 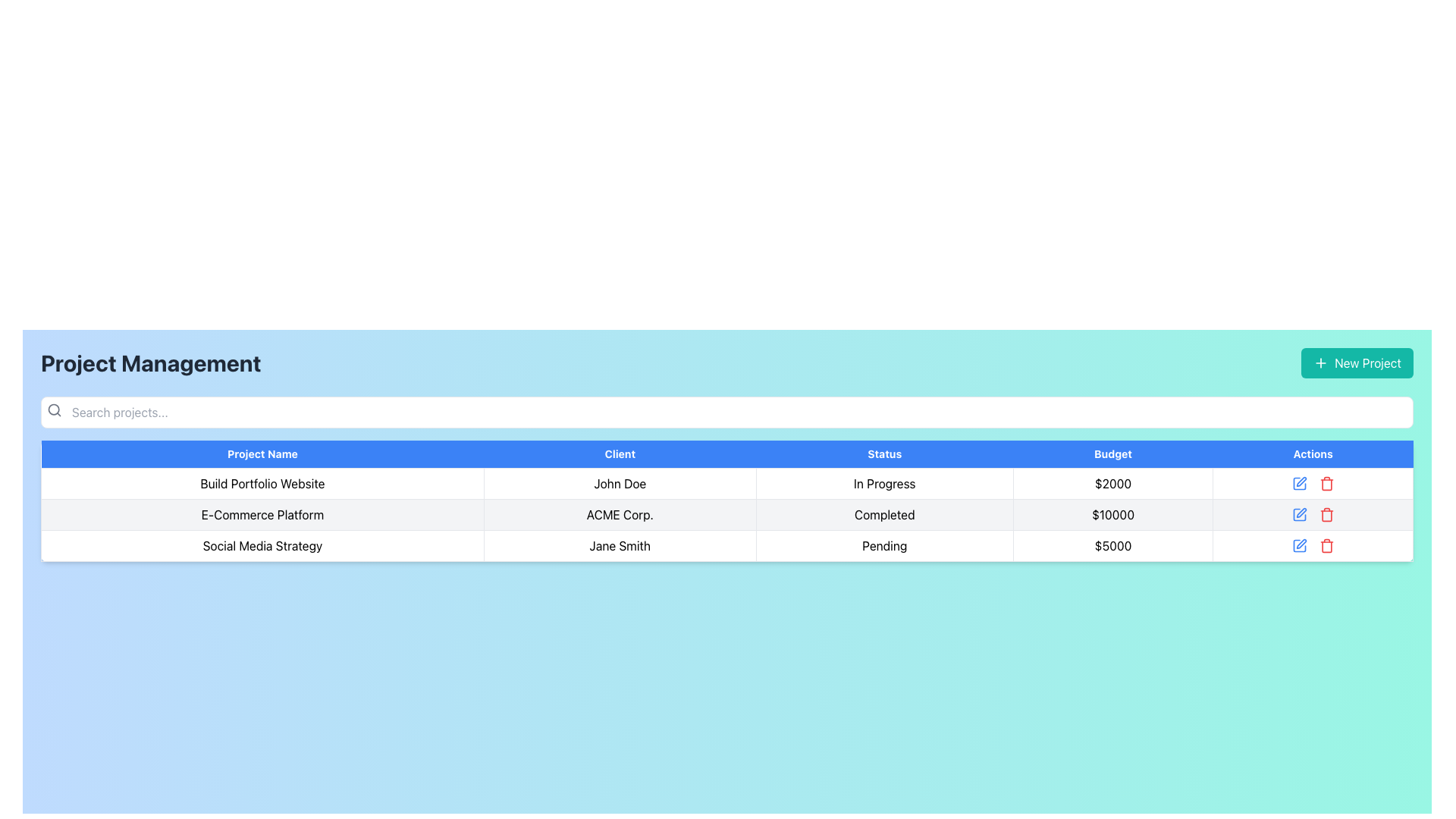 What do you see at coordinates (620, 483) in the screenshot?
I see `the table cell containing the text 'John Doe', which is the second cell` at bounding box center [620, 483].